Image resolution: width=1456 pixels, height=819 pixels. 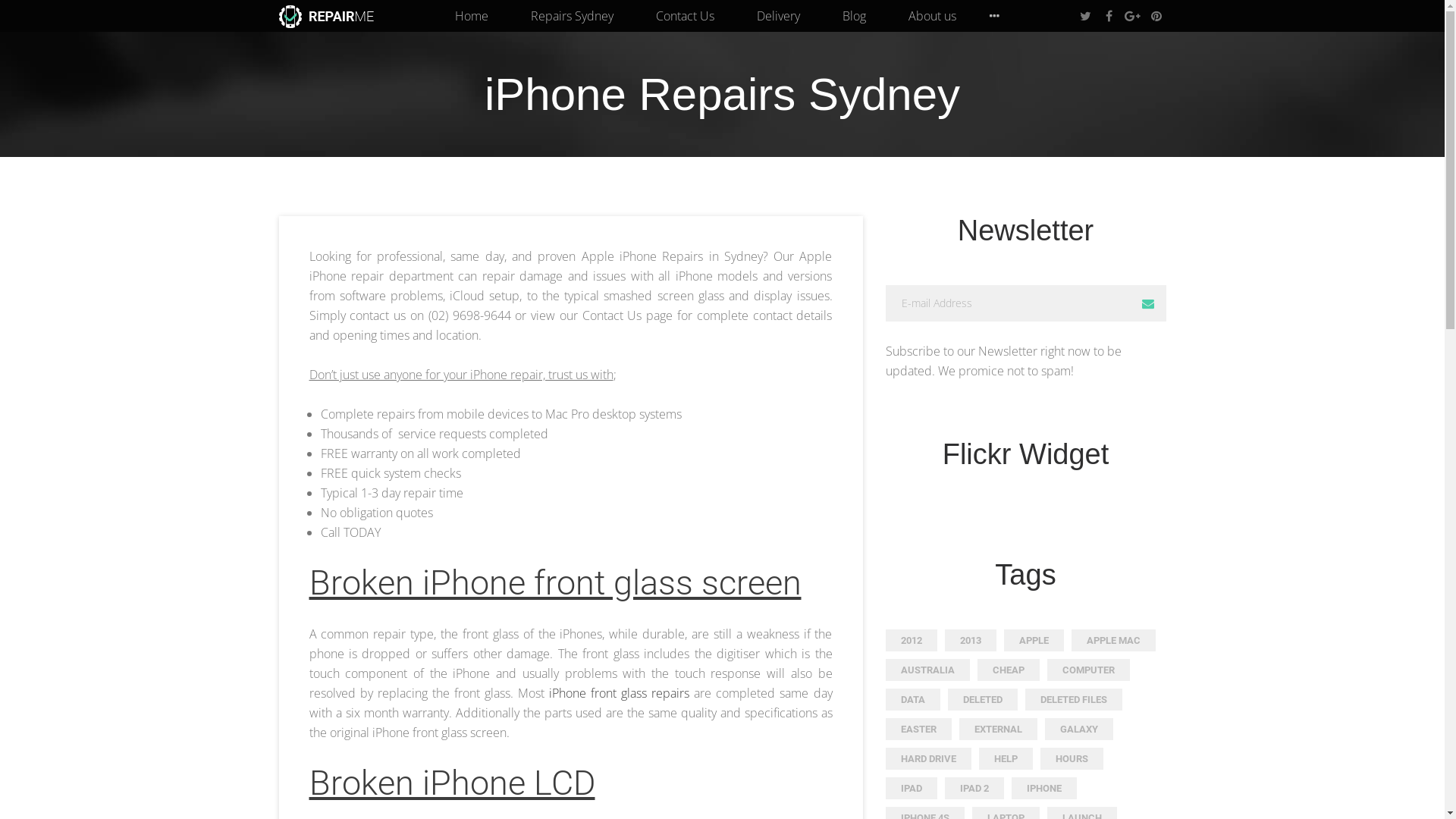 I want to click on 'iPhone front glass repairs', so click(x=619, y=693).